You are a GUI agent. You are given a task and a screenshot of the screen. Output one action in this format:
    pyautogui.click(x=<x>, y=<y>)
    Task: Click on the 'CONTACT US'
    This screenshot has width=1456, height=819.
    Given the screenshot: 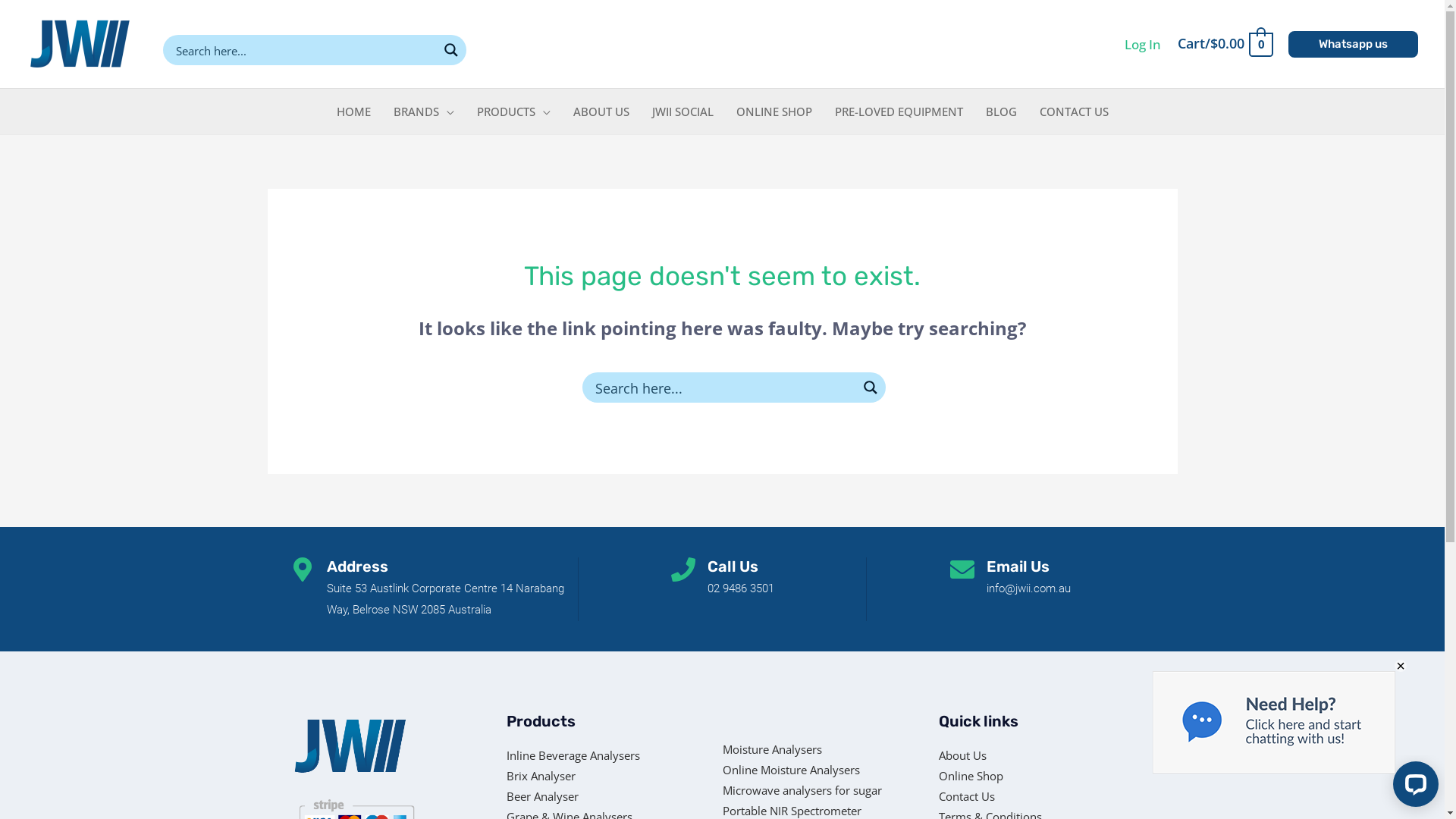 What is the action you would take?
    pyautogui.click(x=1073, y=110)
    